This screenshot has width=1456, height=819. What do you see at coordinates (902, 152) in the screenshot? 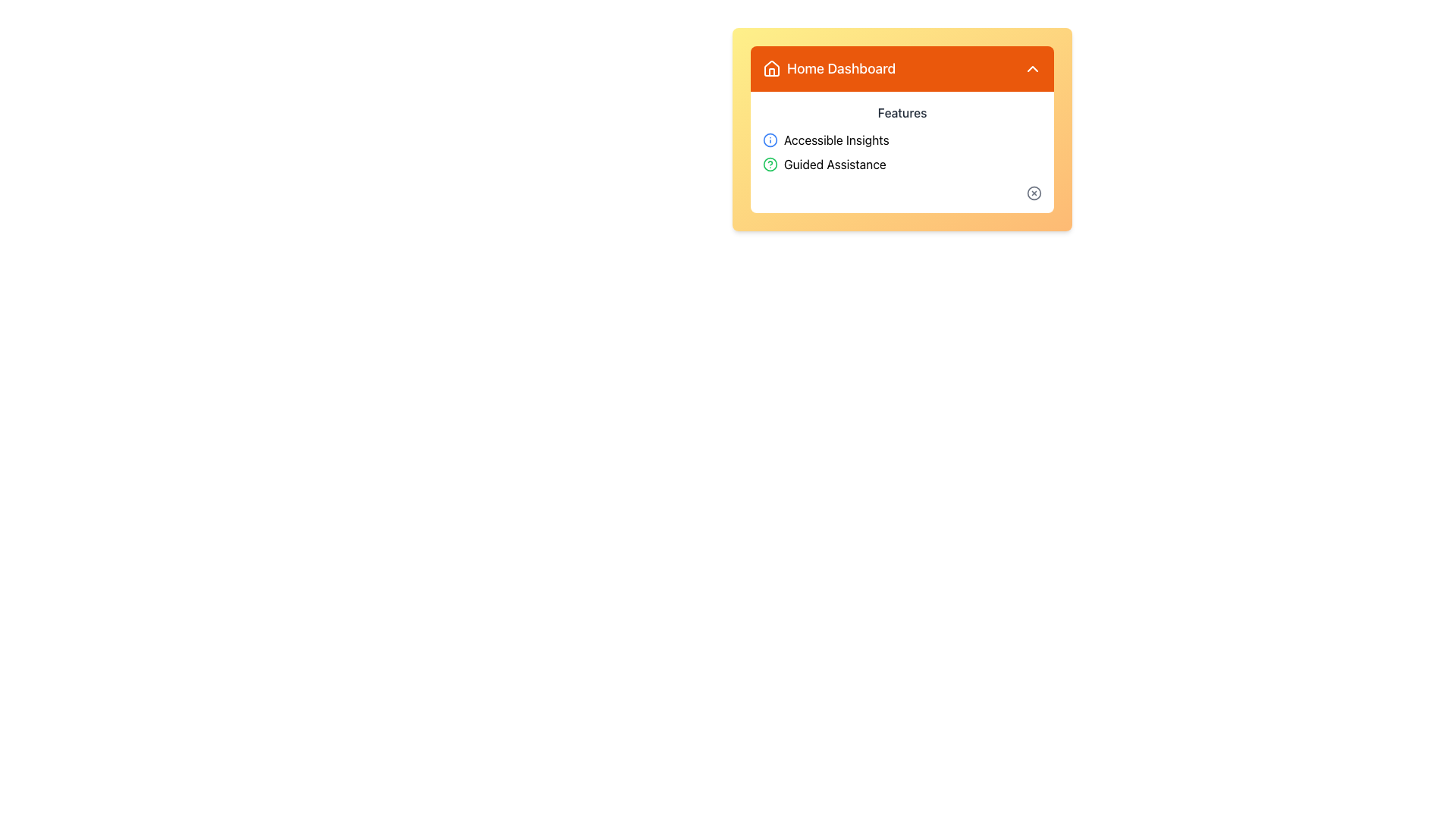
I see `the 'Guided Assistance' section in the Group containing multiple clickable links, which is located centrally below the title 'Features.'` at bounding box center [902, 152].